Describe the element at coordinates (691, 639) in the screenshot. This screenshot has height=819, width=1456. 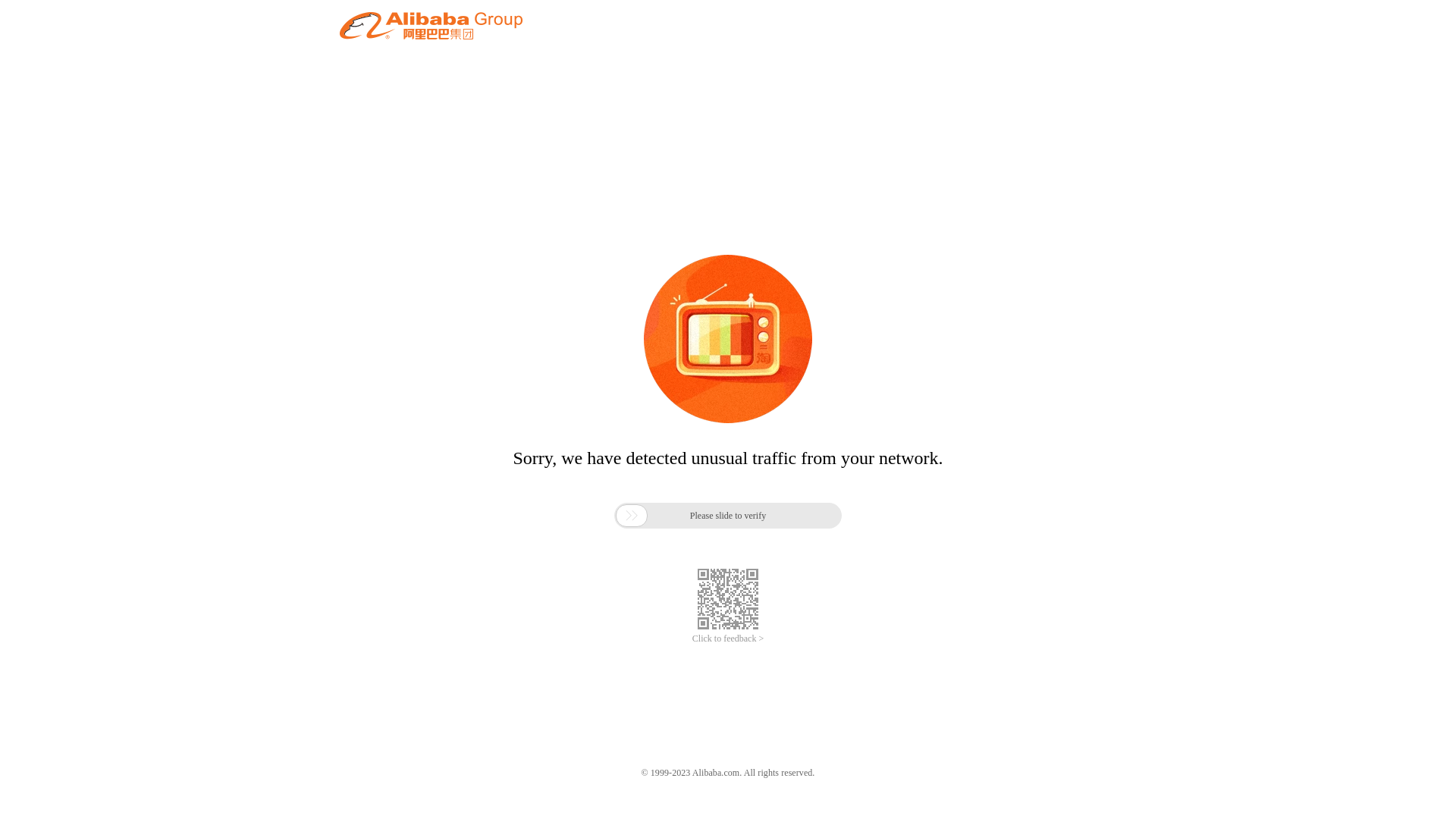
I see `'Click to feedback >'` at that location.